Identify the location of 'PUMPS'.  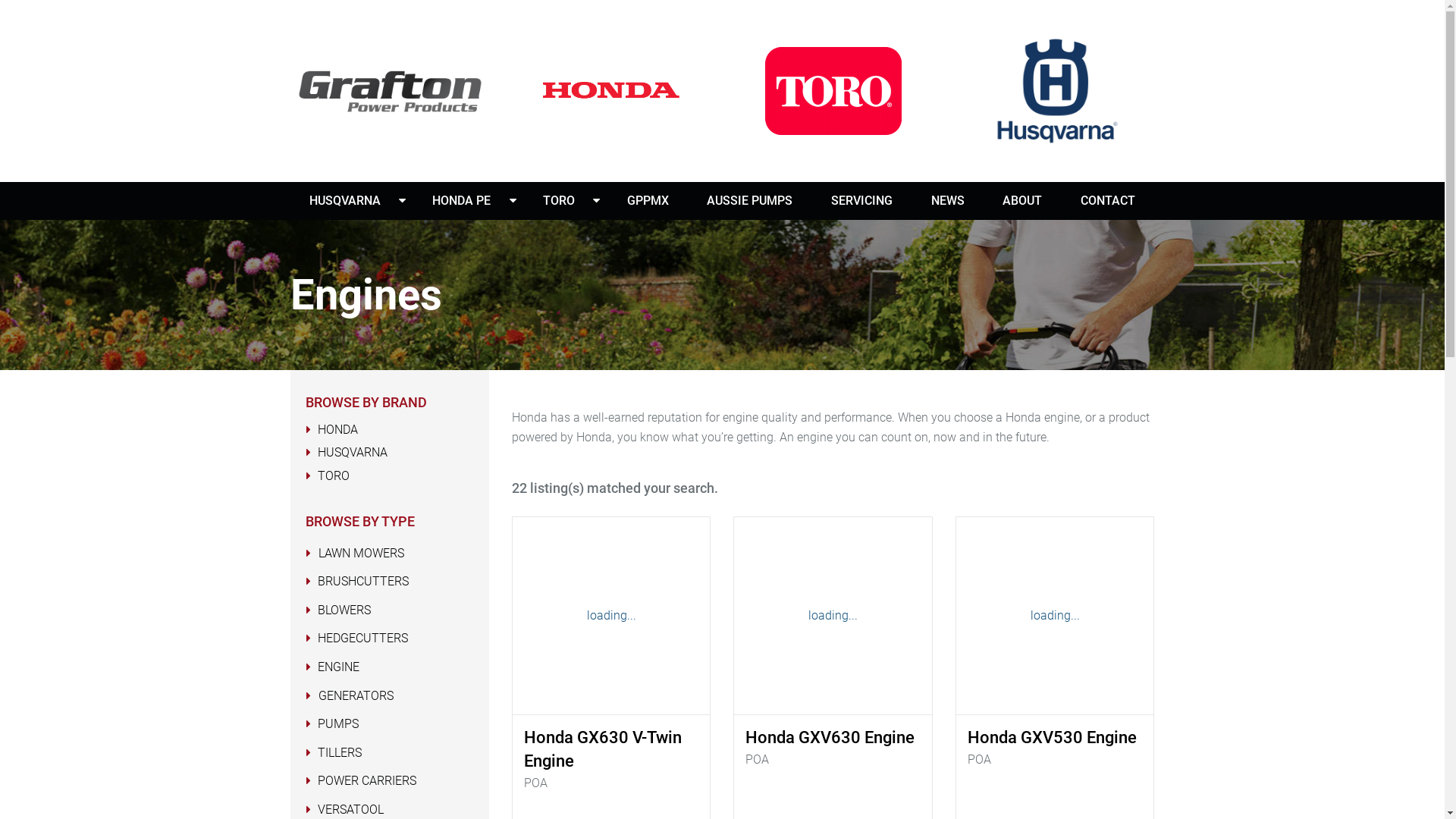
(337, 723).